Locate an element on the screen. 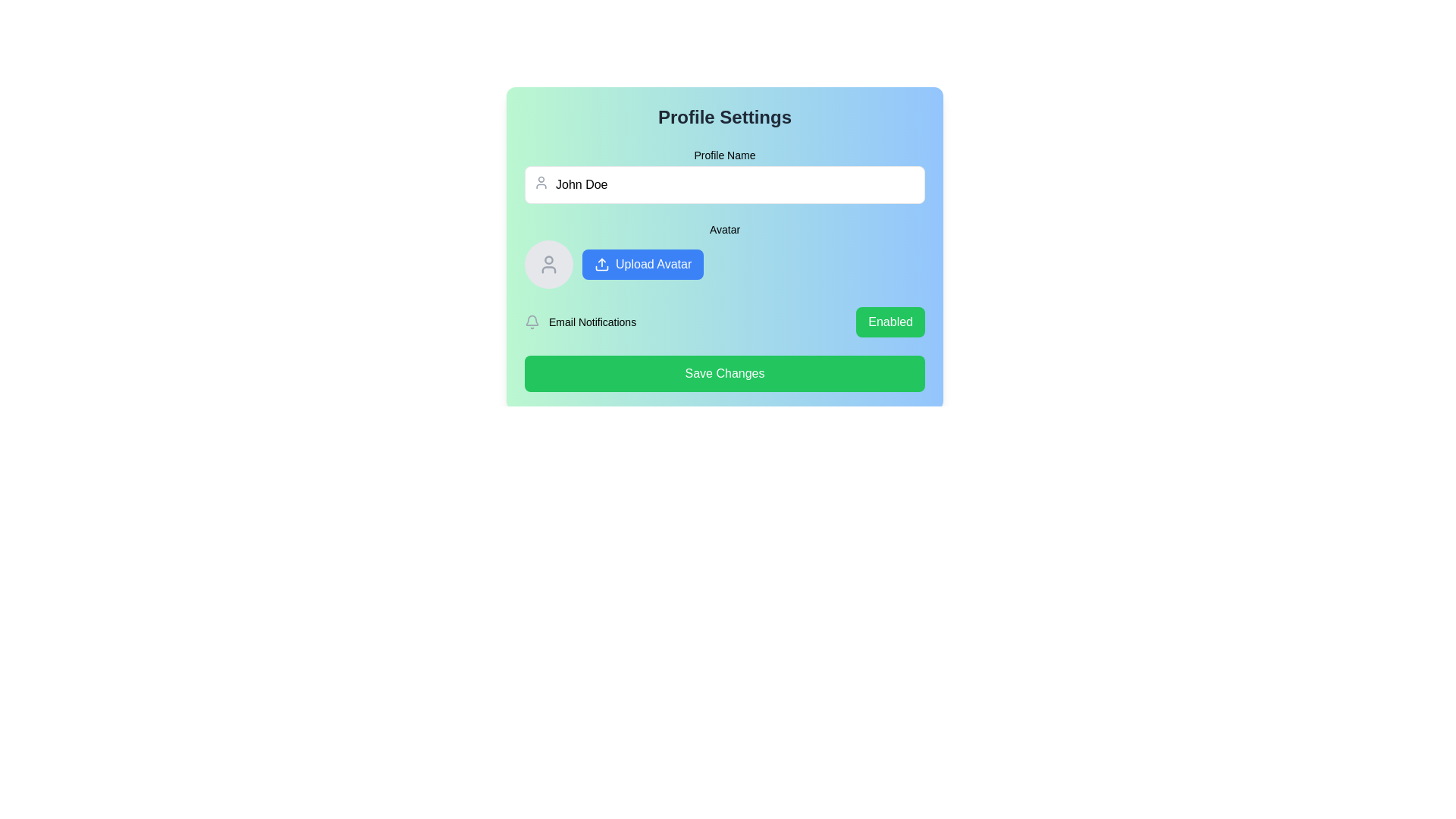  the decorative upload icon located inside the 'Upload Avatar' button, which is positioned centrally within the 'Avatar' section of the interface is located at coordinates (601, 263).